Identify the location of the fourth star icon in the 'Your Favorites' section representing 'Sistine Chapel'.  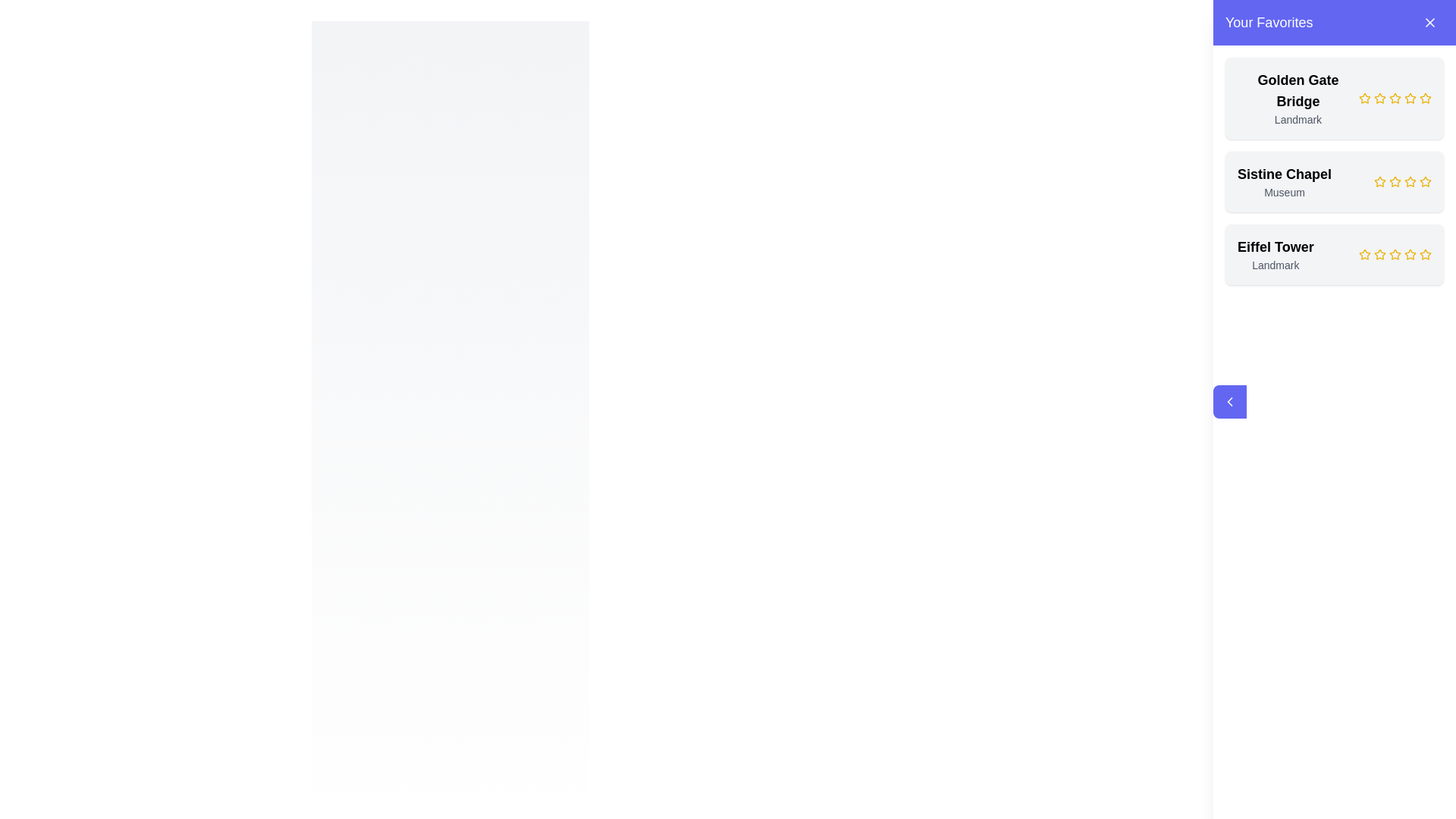
(1401, 180).